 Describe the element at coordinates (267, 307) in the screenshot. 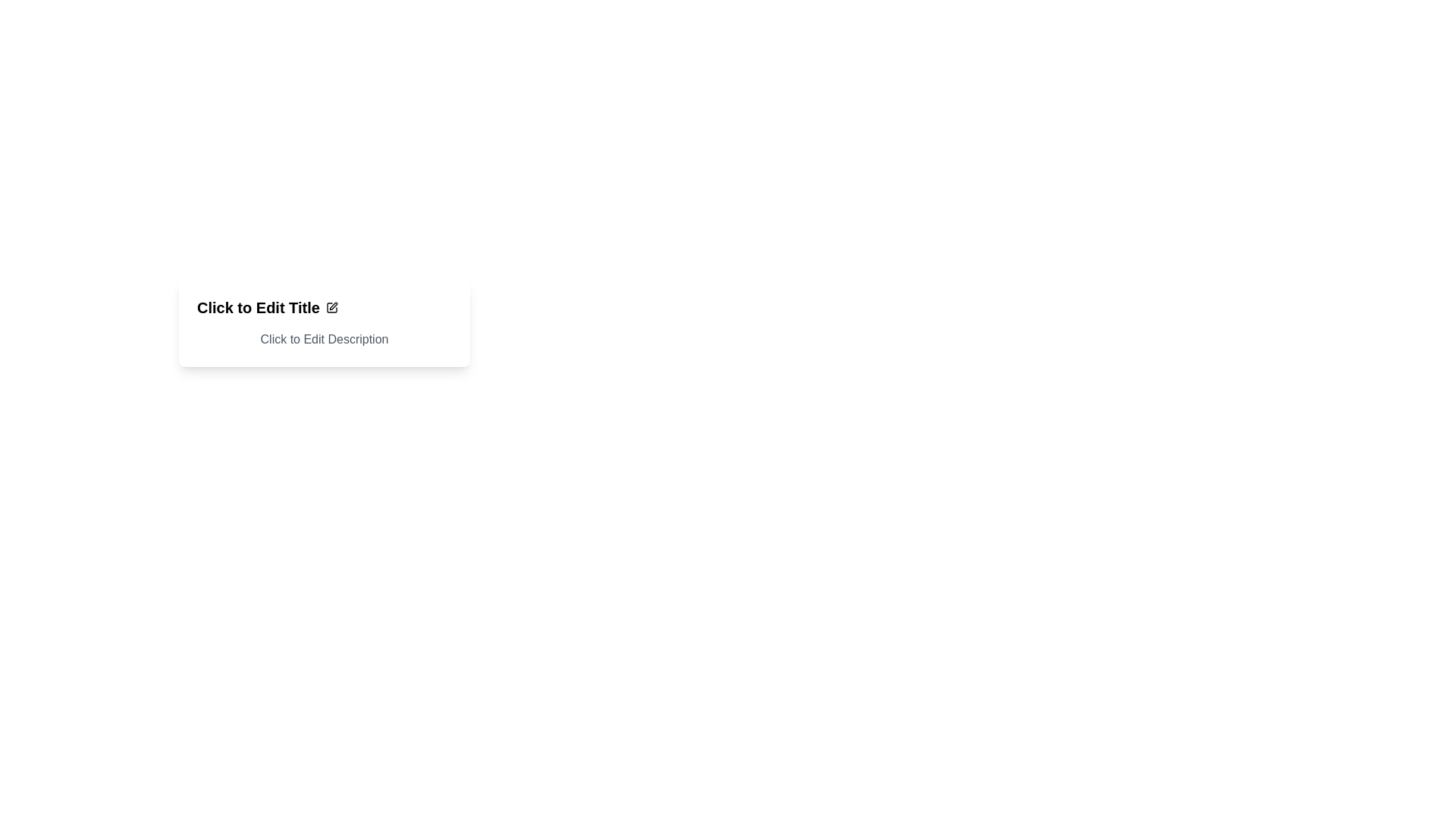

I see `on the 'Click` at that location.